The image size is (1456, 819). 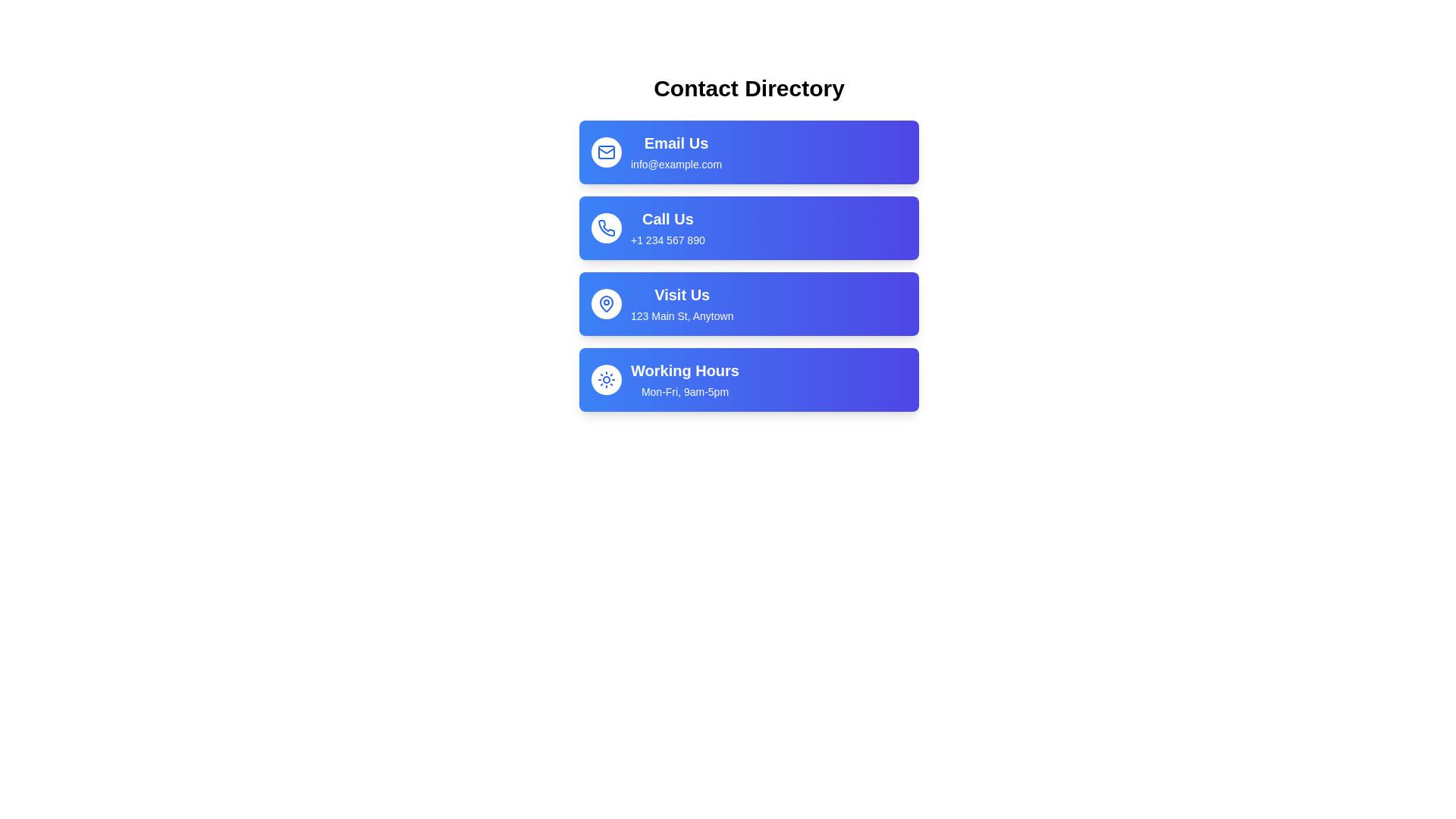 What do you see at coordinates (607, 227) in the screenshot?
I see `the Icon Button located in the 'Call Us' section of the Contact Directory interface, which is identified by the phone icon and is positioned to the left of the text 'Call Us' and '+1 234 567 890'` at bounding box center [607, 227].